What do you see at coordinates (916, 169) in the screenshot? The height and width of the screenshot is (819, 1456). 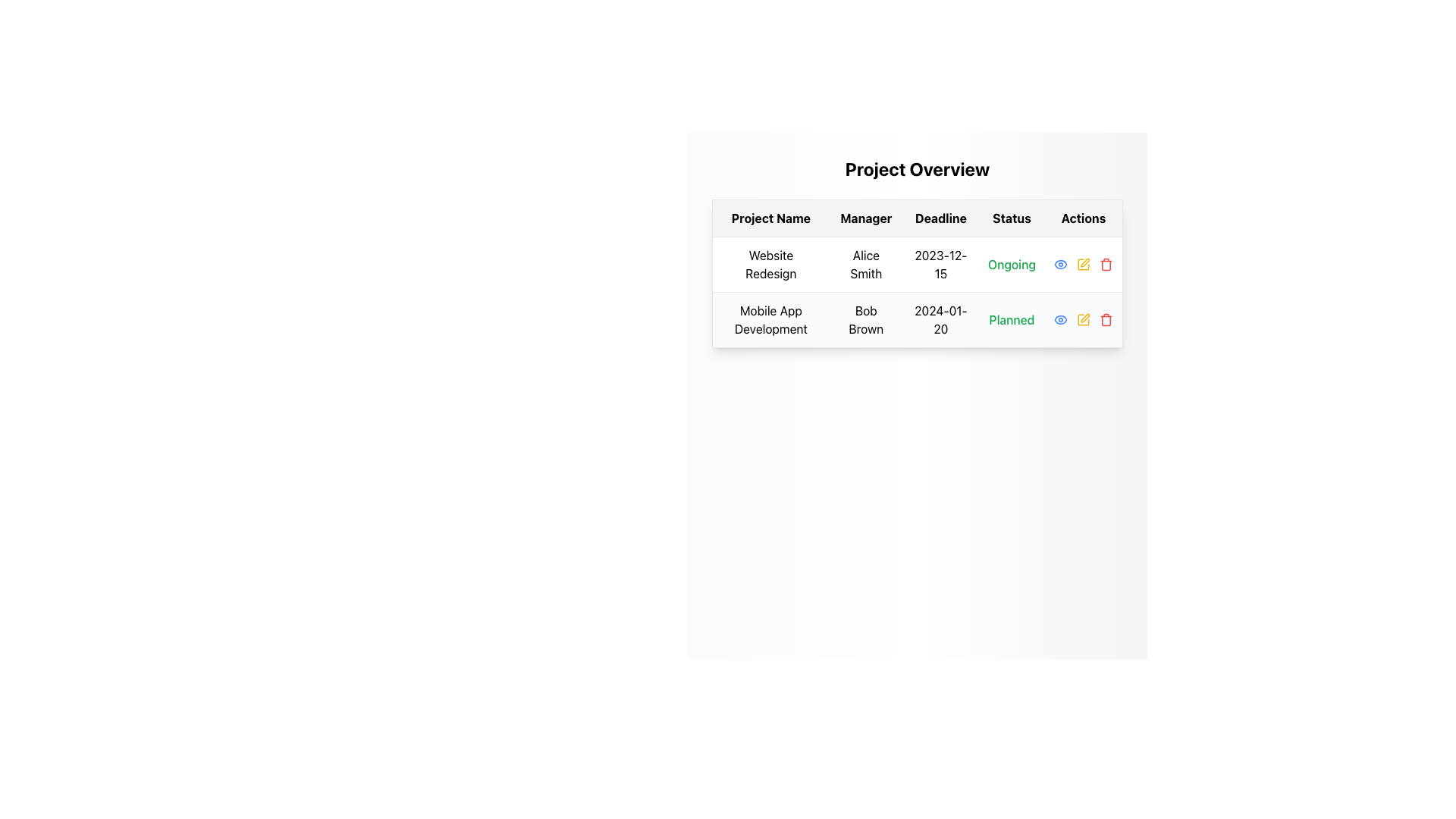 I see `bold, black header text 'Project Overview' located at the top of the content area` at bounding box center [916, 169].